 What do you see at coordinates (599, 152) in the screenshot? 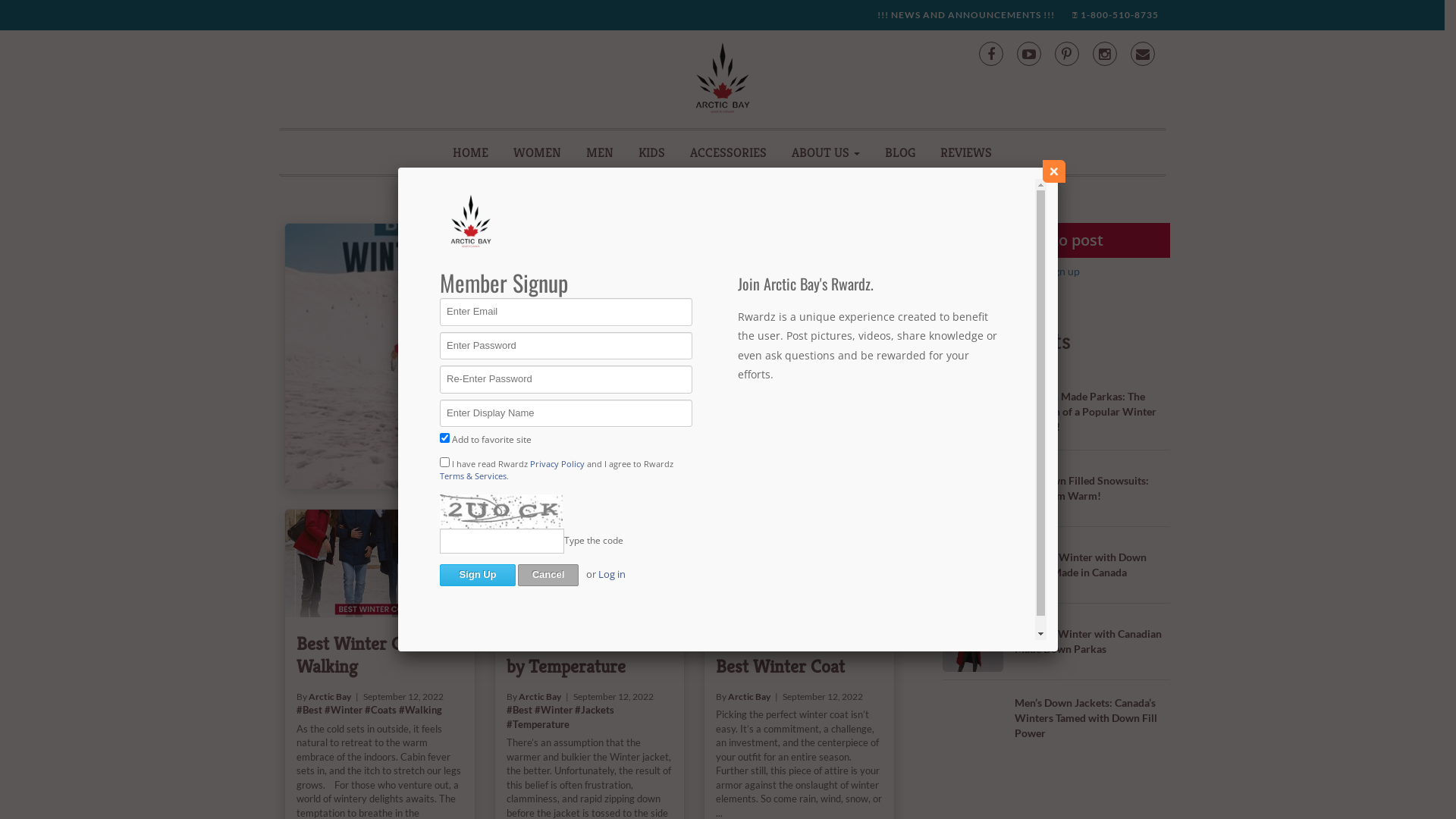
I see `'MEN'` at bounding box center [599, 152].